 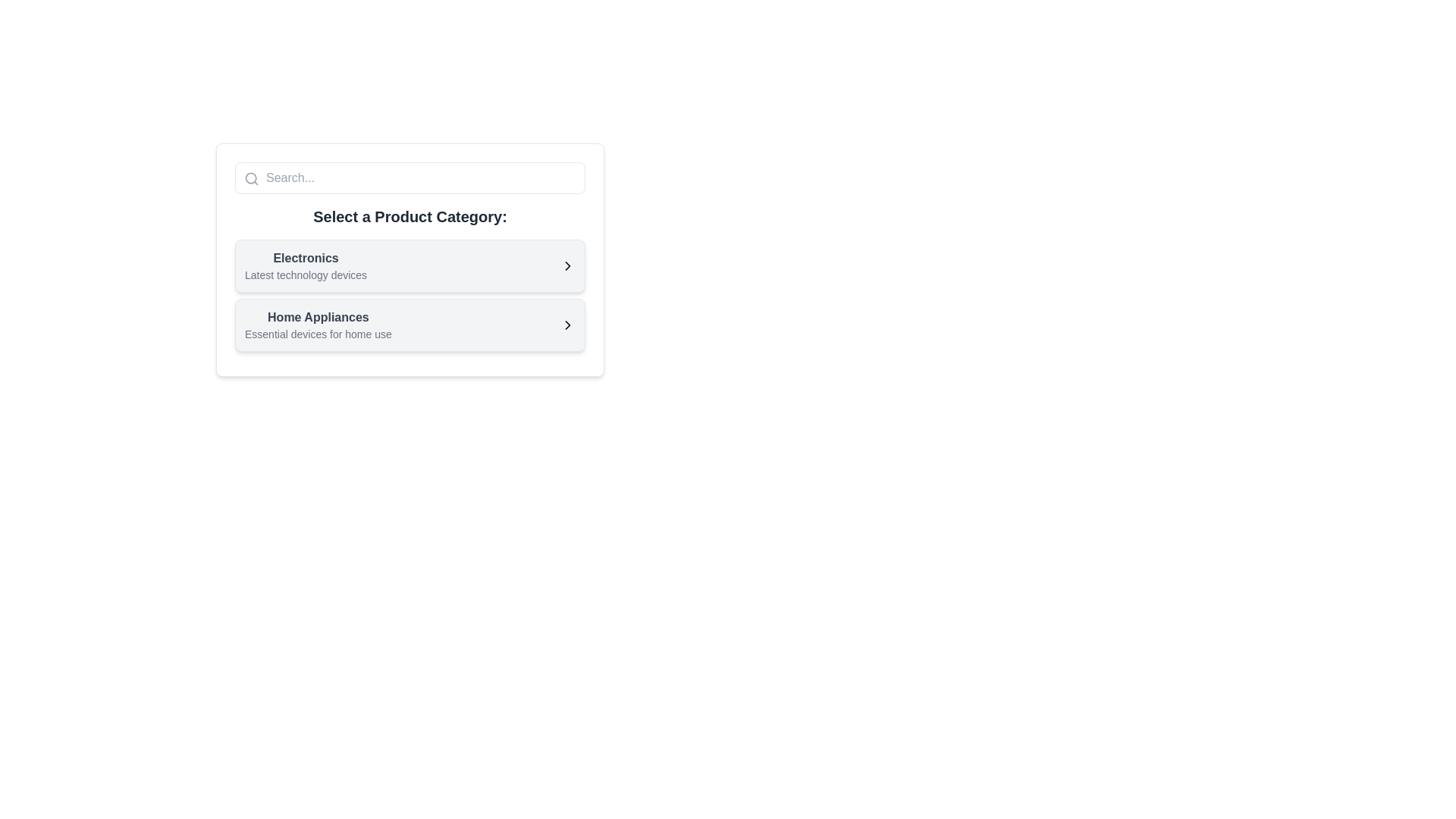 I want to click on the 'Home Appliances' card, which is the second card in the list under 'Select a Product Category', so click(x=410, y=324).